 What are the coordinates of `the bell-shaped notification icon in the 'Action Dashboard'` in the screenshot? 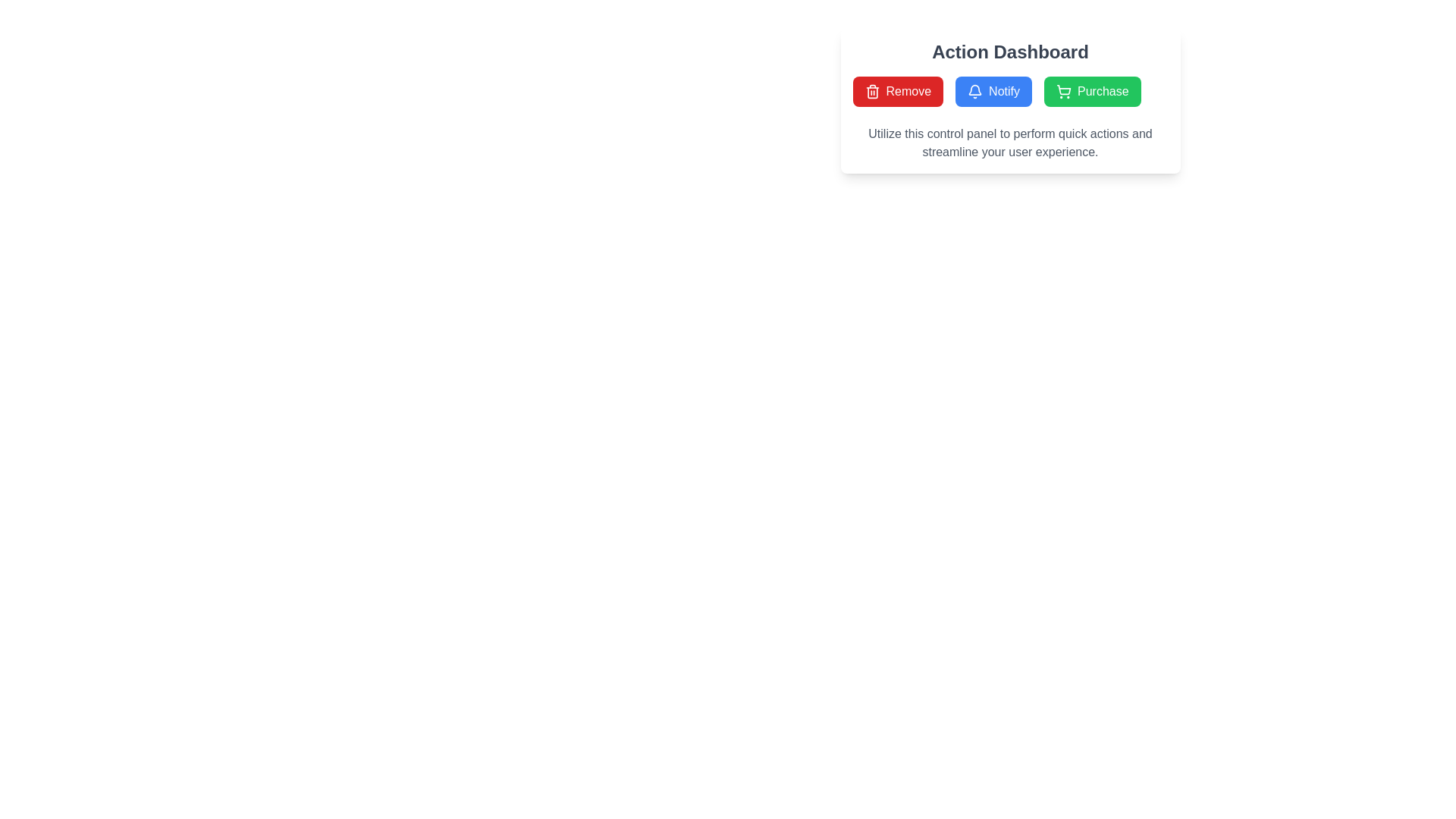 It's located at (975, 89).